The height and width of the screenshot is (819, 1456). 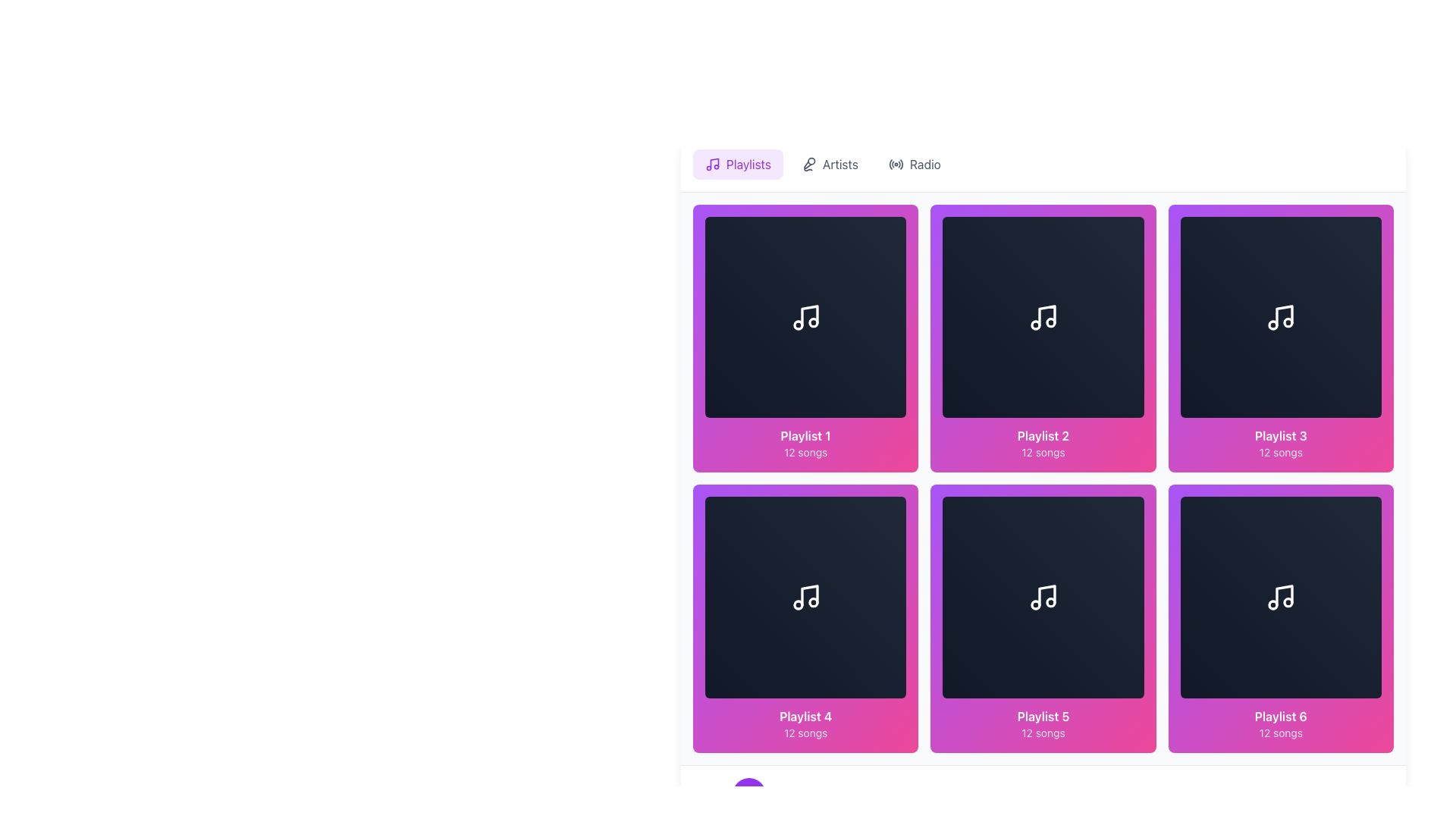 What do you see at coordinates (805, 436) in the screenshot?
I see `the Text label displaying 'Playlist 1', located at the bottom center of the card, above the subtitle '12 songs' and below a music note icon` at bounding box center [805, 436].